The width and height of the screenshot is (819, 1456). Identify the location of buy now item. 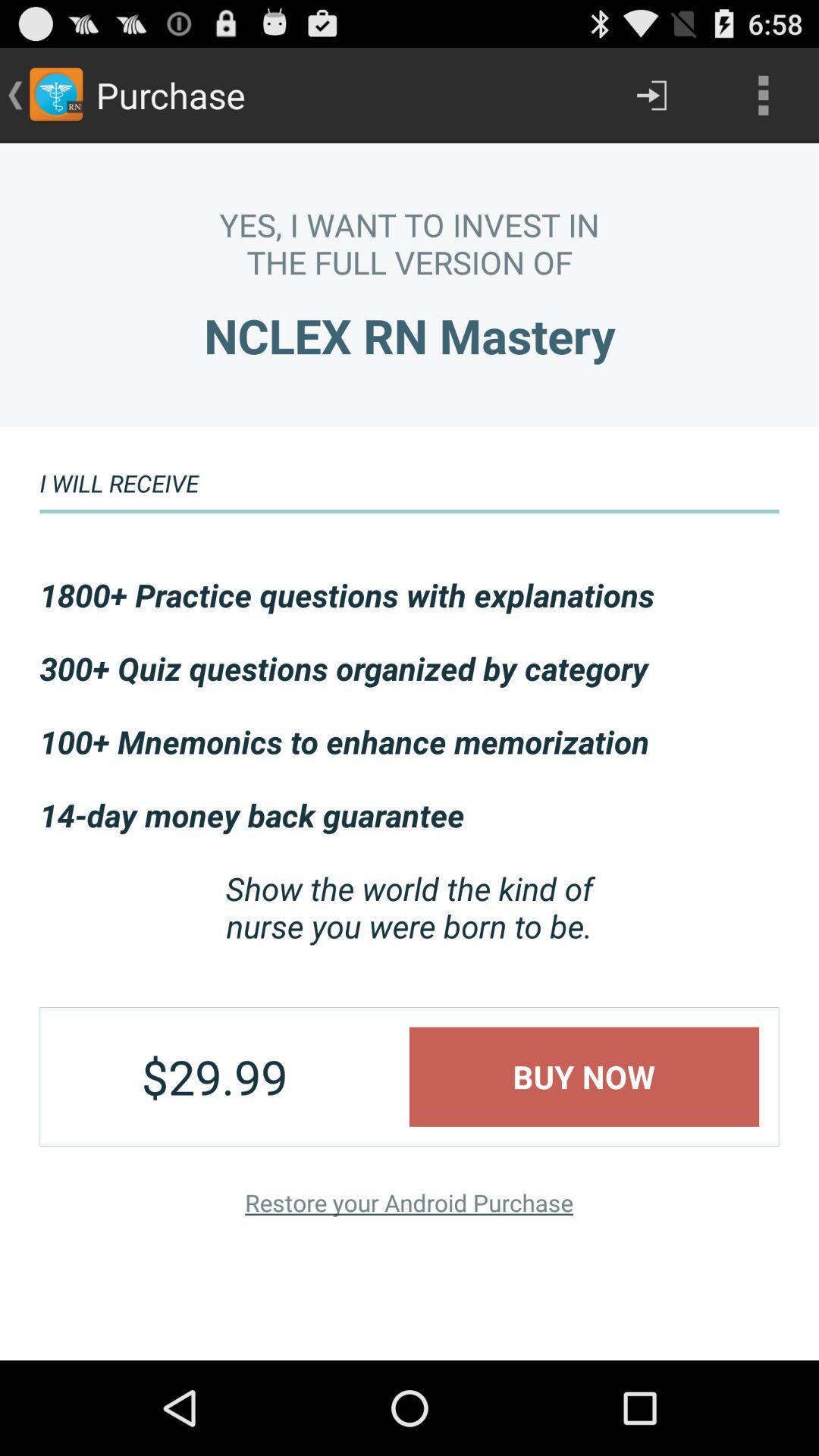
(583, 1076).